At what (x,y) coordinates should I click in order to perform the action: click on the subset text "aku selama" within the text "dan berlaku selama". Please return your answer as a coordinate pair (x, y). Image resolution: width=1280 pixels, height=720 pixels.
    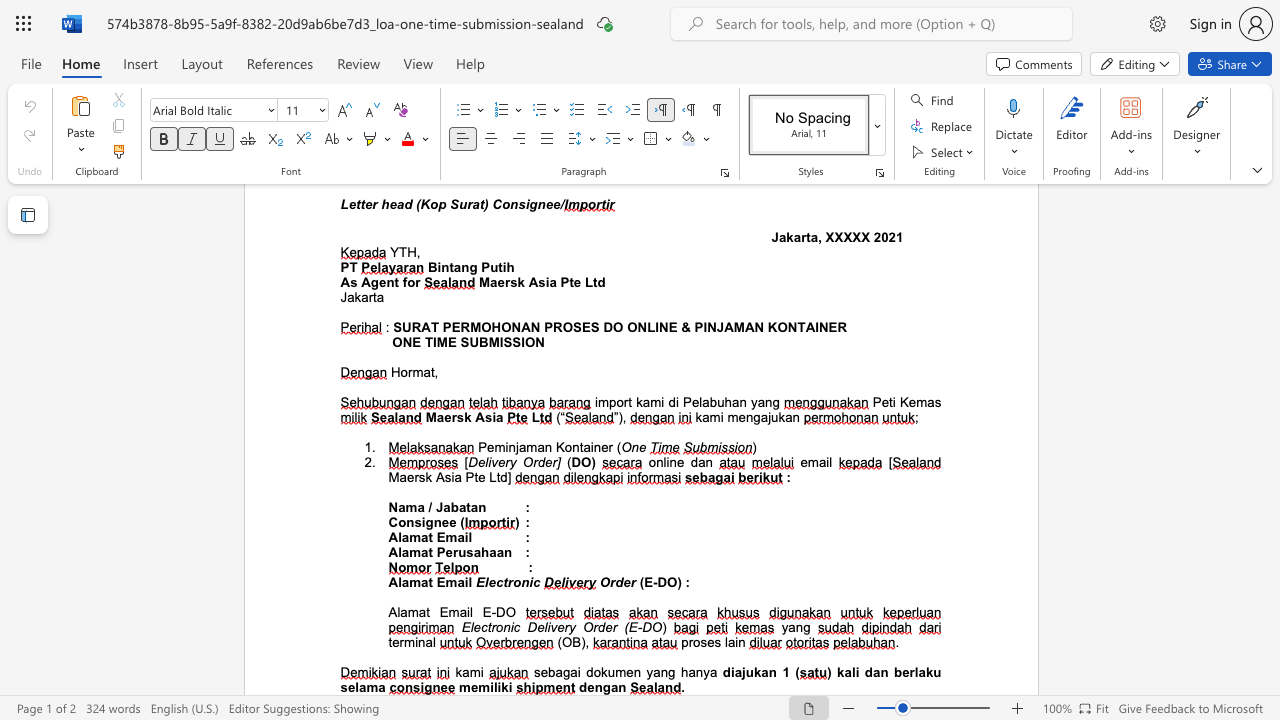
    Looking at the image, I should click on (917, 672).